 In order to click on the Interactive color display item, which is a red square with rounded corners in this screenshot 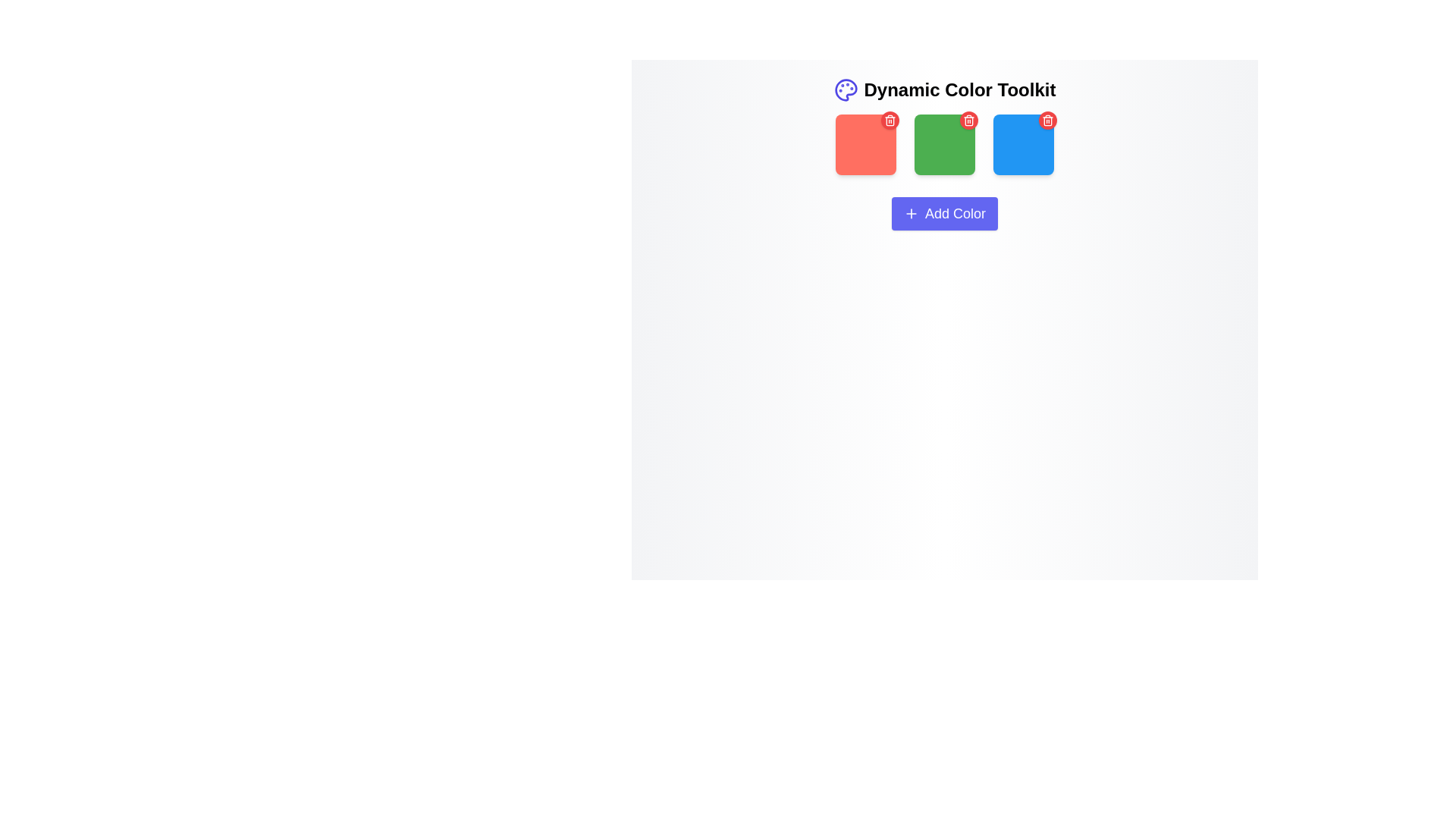, I will do `click(866, 146)`.